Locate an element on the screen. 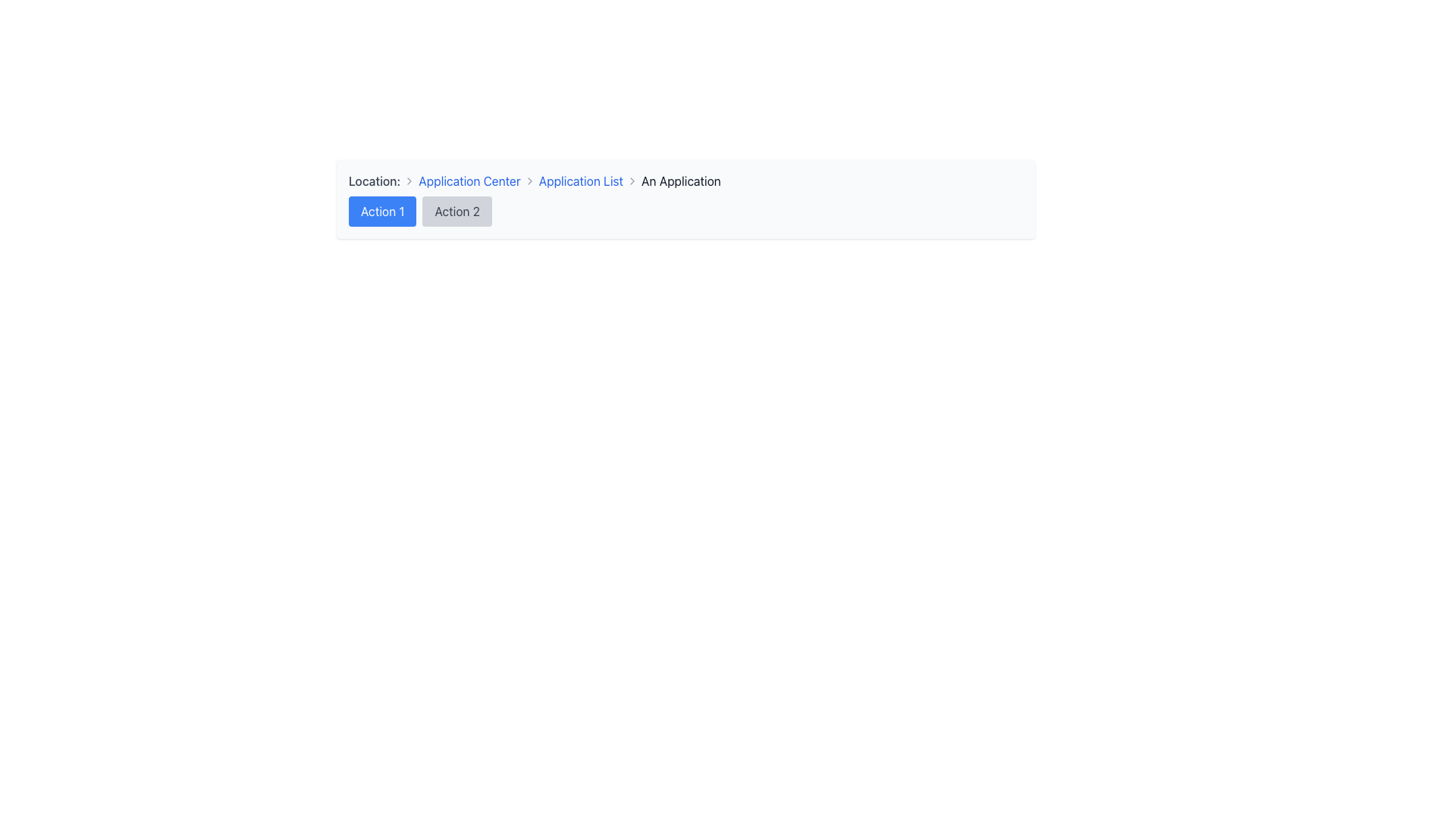 The height and width of the screenshot is (819, 1456). the 'Application Center' hyperlink in the breadcrumb navigation, which is the second clickable text item after 'Location:' and before 'Application List' is located at coordinates (469, 180).